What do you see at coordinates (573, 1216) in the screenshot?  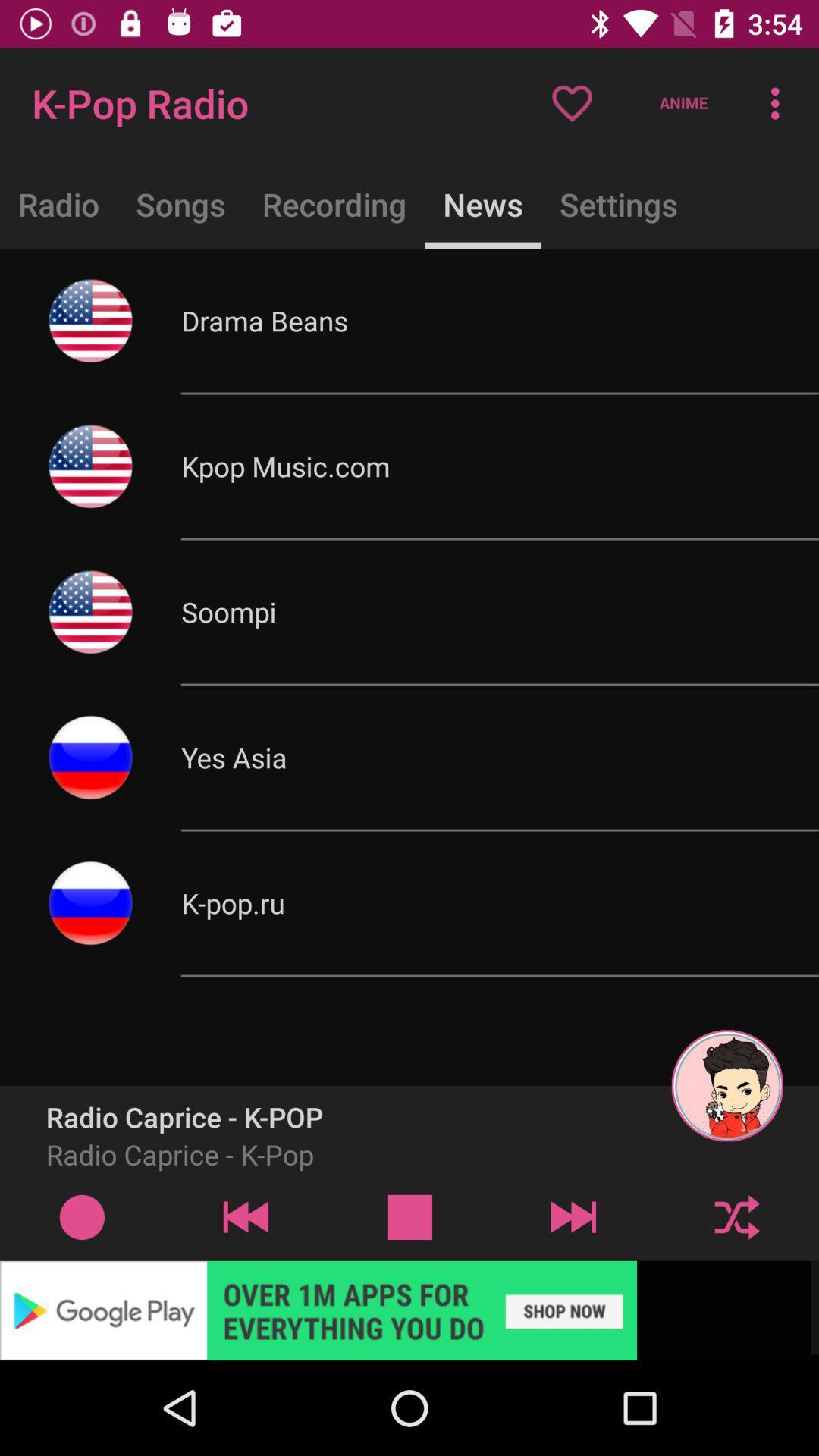 I see `forward` at bounding box center [573, 1216].